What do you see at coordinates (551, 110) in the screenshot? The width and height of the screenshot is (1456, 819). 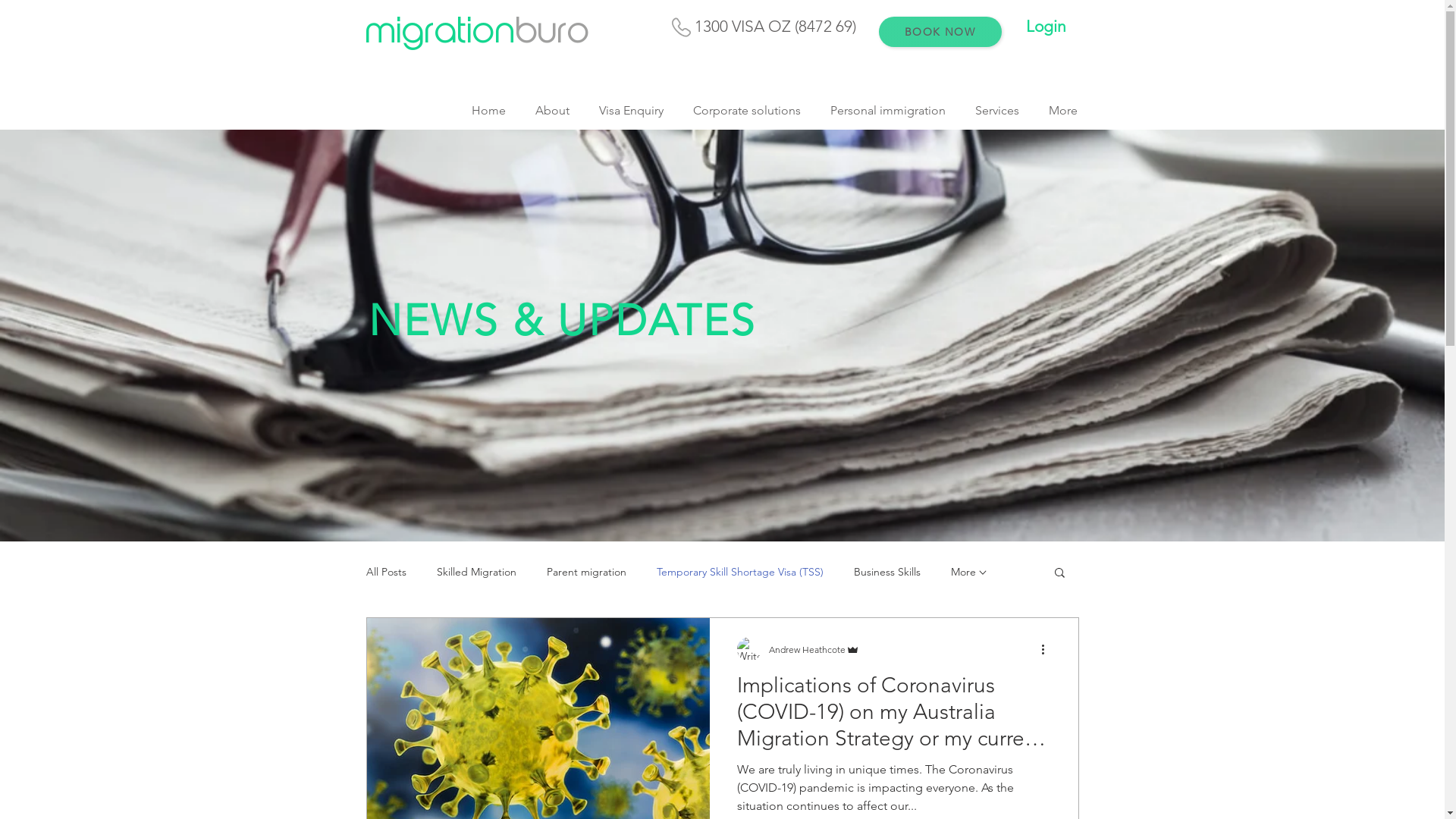 I see `'About'` at bounding box center [551, 110].